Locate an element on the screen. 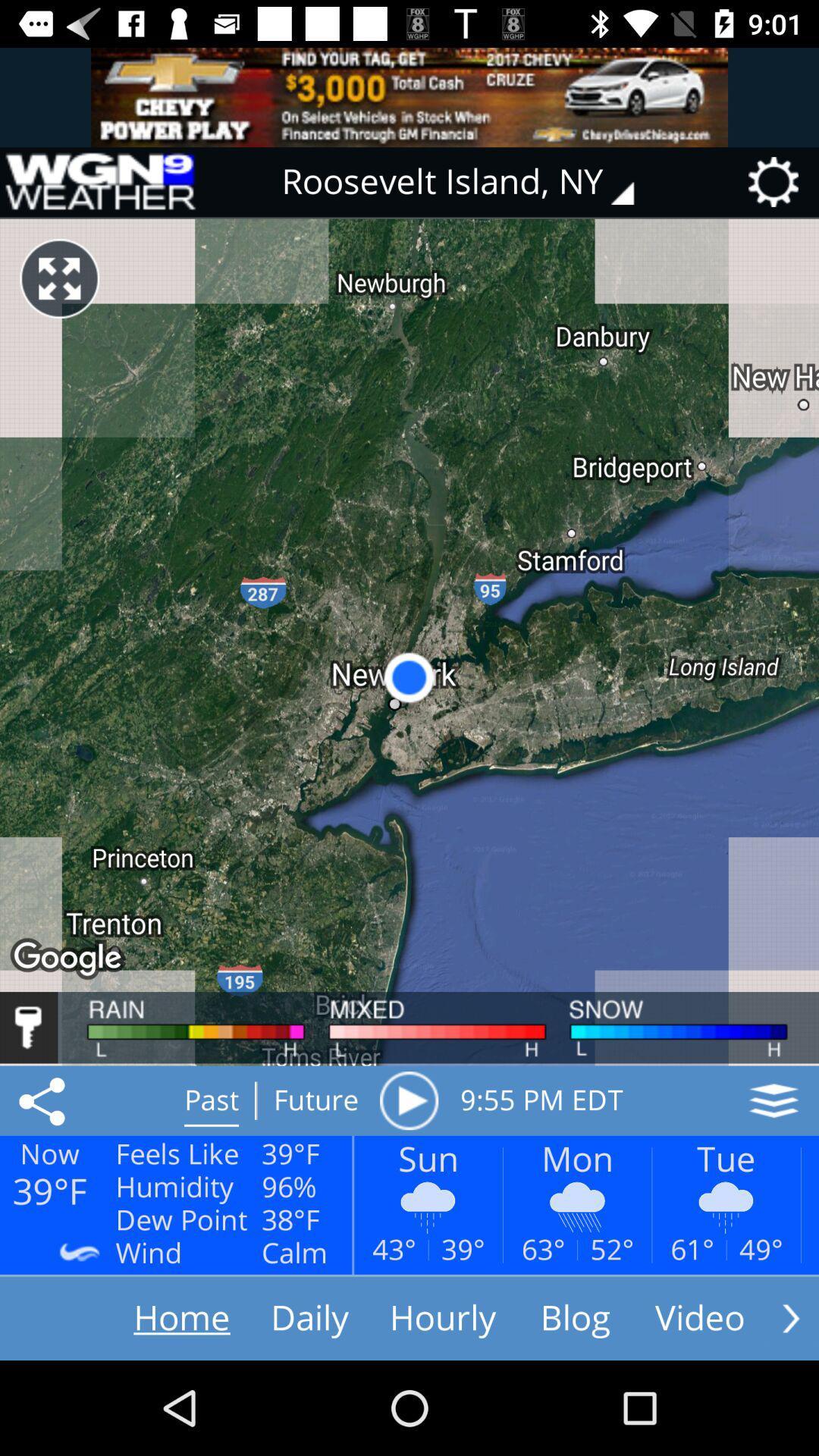 Image resolution: width=819 pixels, height=1456 pixels. the share icon is located at coordinates (44, 1100).